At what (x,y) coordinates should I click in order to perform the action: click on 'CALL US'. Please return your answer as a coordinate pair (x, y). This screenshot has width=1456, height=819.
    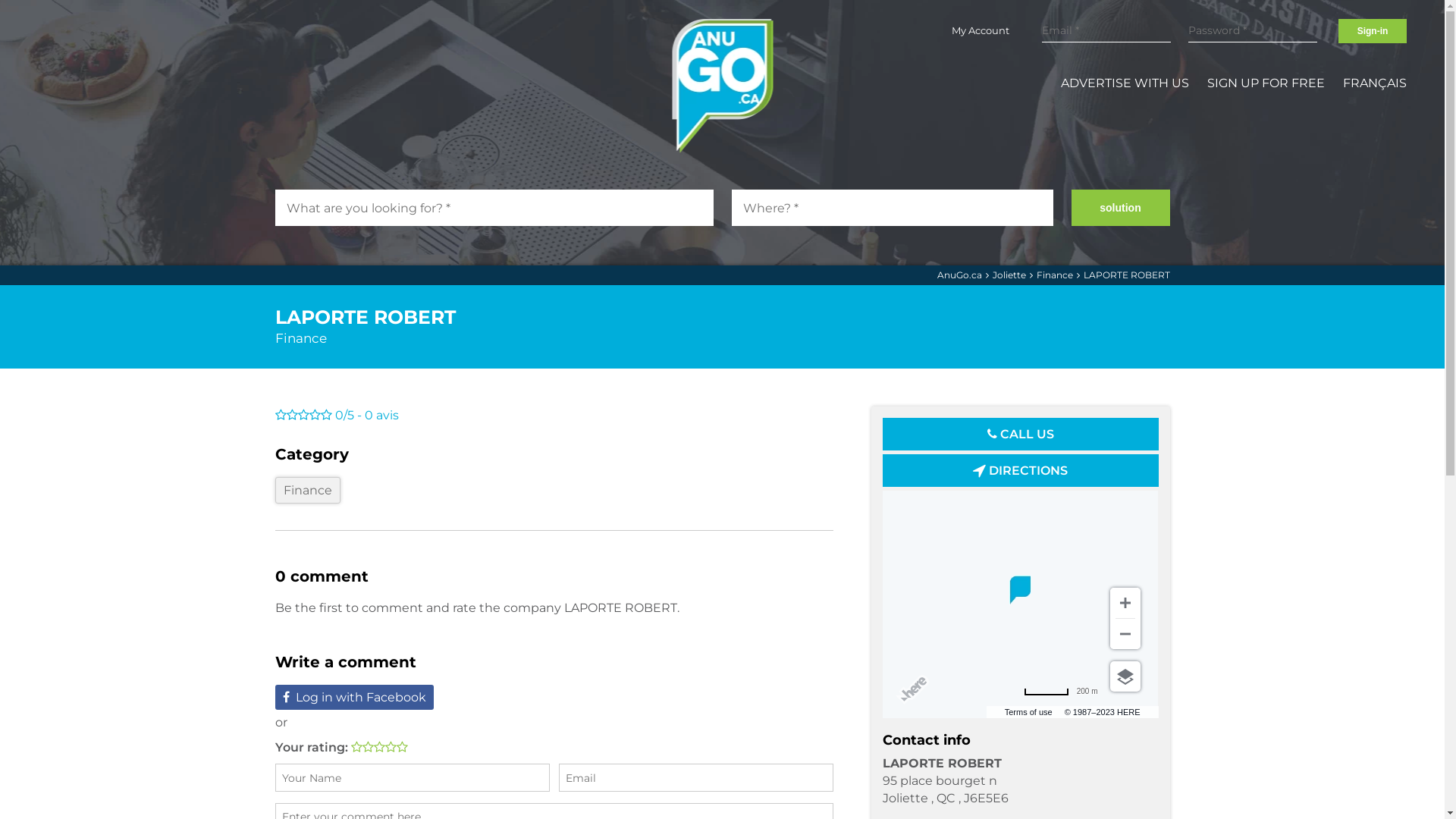
    Looking at the image, I should click on (1020, 434).